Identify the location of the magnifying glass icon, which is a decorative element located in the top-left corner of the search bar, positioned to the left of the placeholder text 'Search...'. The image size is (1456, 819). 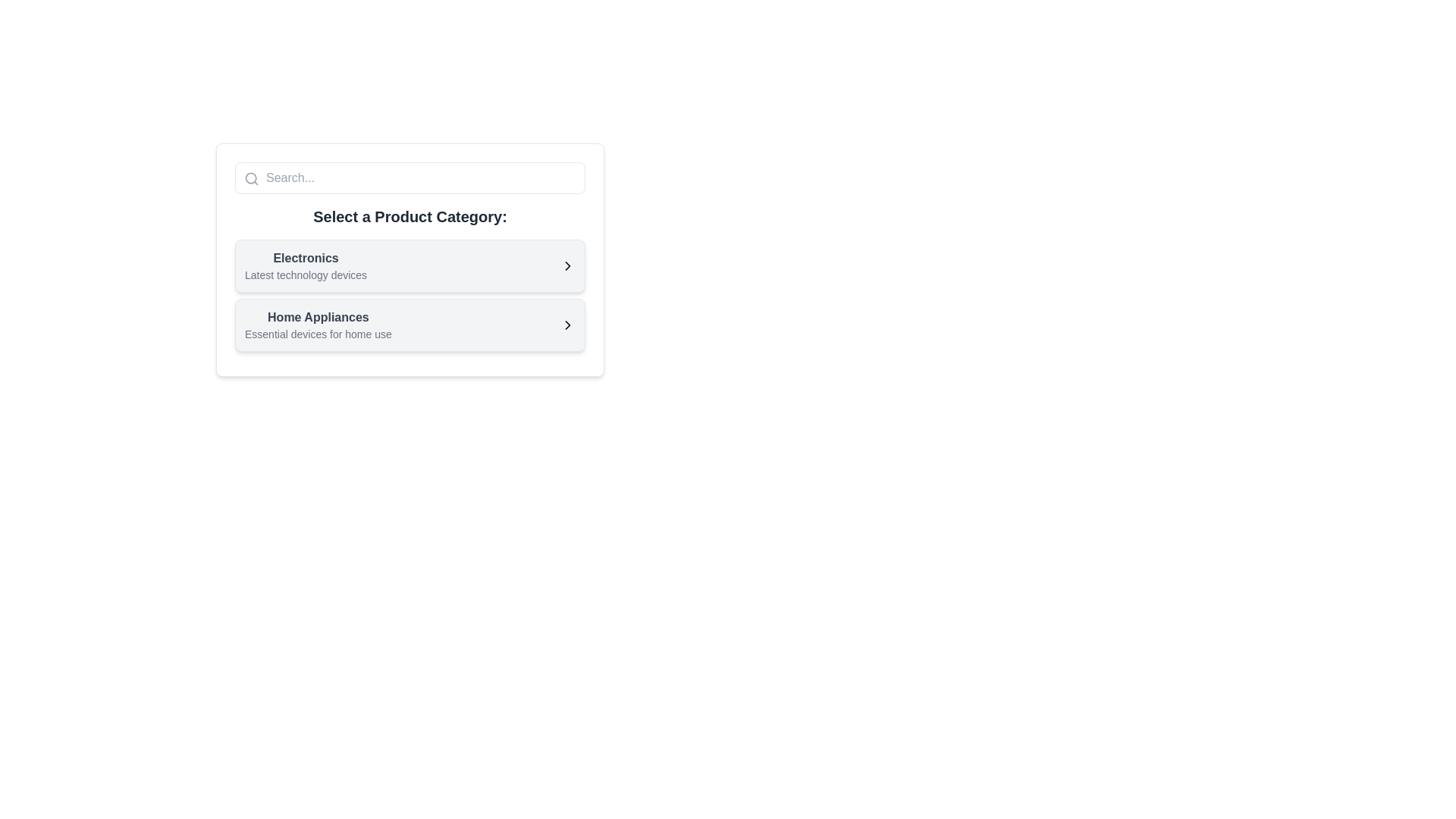
(251, 177).